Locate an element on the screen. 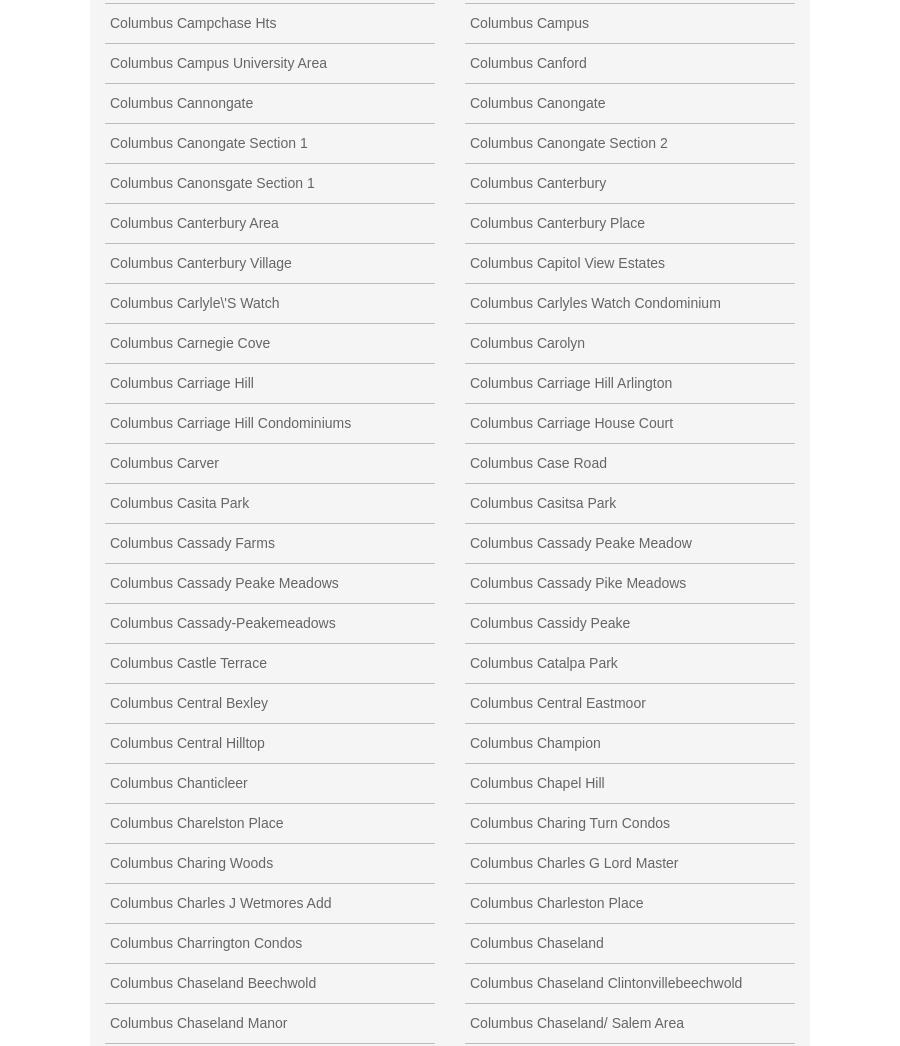 The image size is (900, 1046). 'Columbus Canterbury Place' is located at coordinates (468, 220).